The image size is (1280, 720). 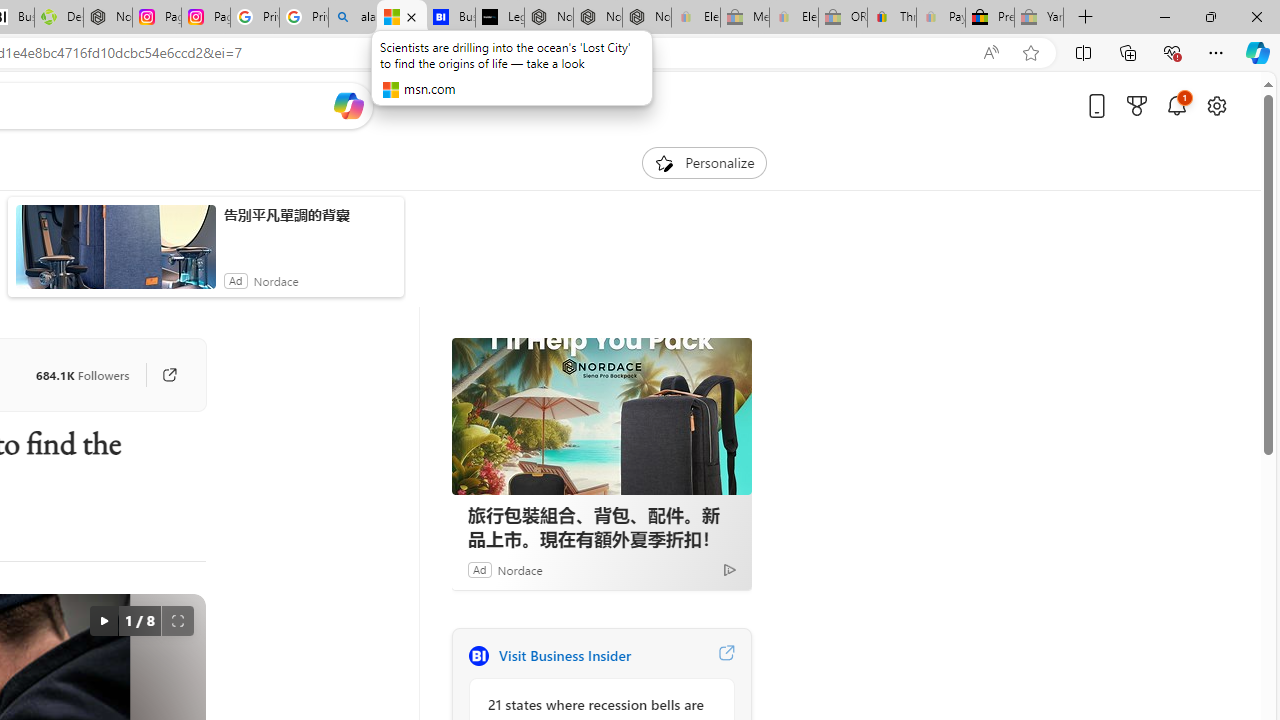 What do you see at coordinates (177, 620) in the screenshot?
I see `'Full screen'` at bounding box center [177, 620].